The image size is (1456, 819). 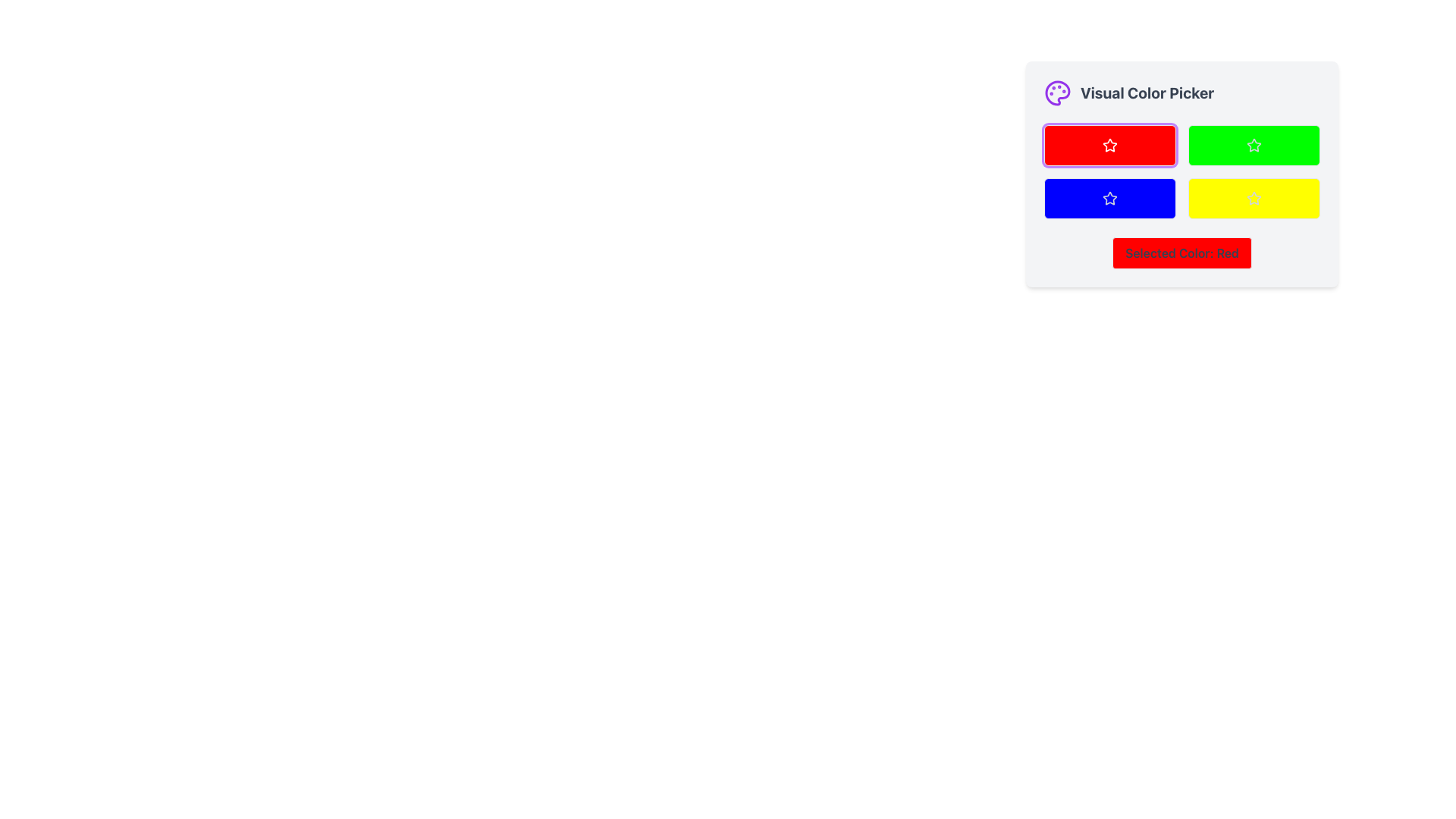 What do you see at coordinates (1254, 198) in the screenshot?
I see `the star-shaped gray icon located within the yellow rectangular button in the bottom-right corner of the grid layout` at bounding box center [1254, 198].